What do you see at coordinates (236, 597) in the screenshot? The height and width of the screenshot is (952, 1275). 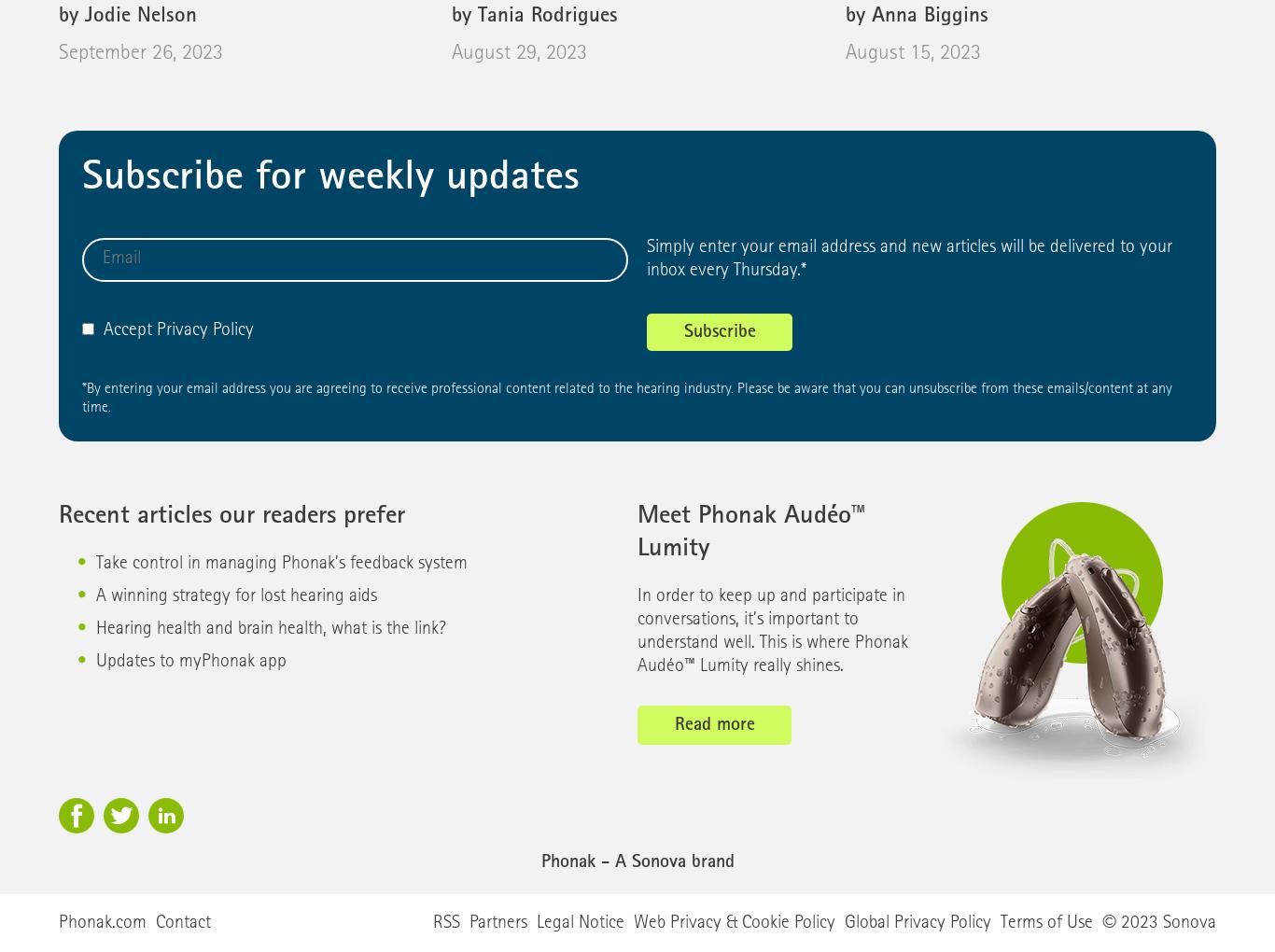 I see `'A winning strategy for lost hearing aids'` at bounding box center [236, 597].